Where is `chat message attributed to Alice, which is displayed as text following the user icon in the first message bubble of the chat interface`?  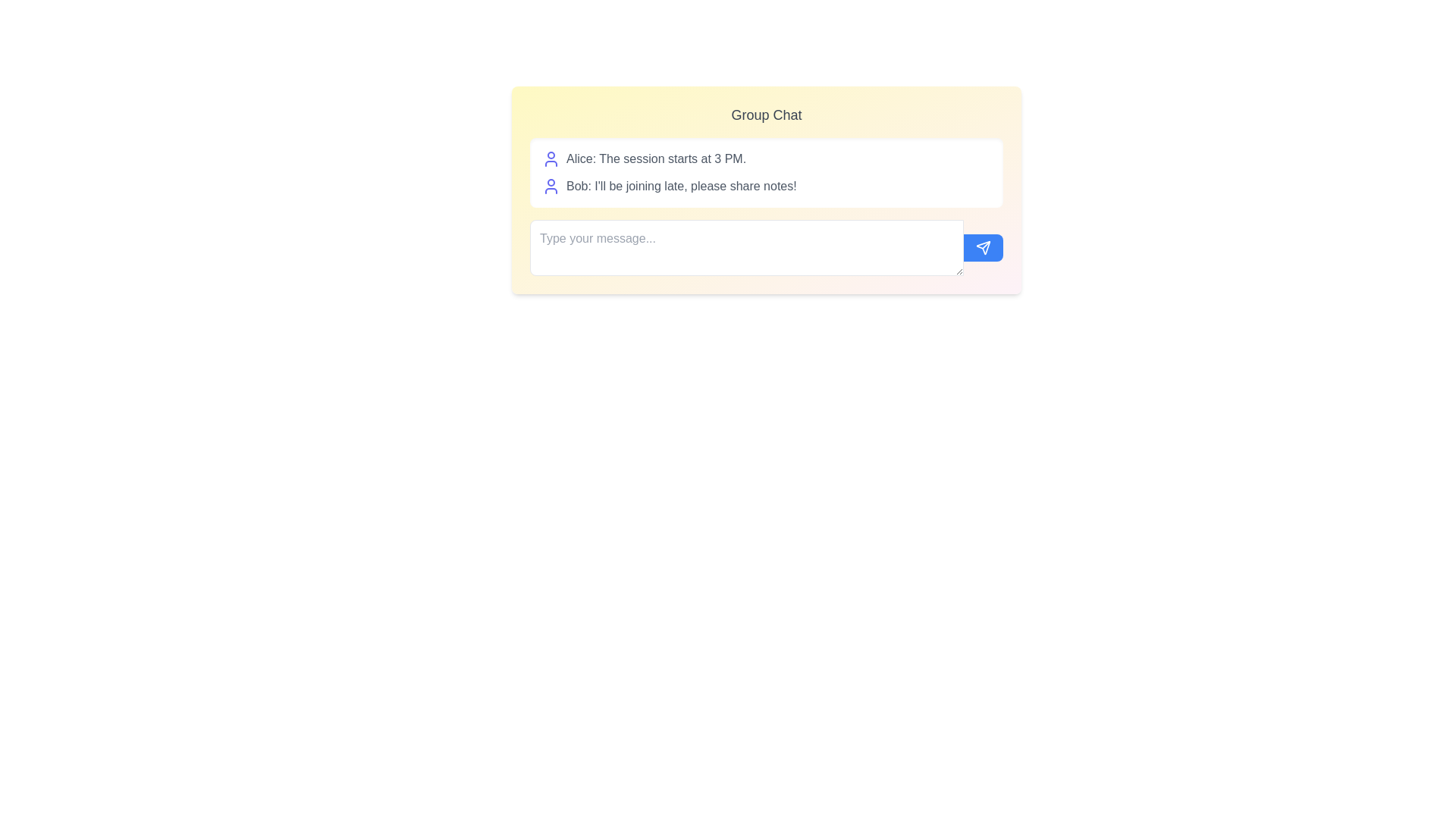 chat message attributed to Alice, which is displayed as text following the user icon in the first message bubble of the chat interface is located at coordinates (656, 158).